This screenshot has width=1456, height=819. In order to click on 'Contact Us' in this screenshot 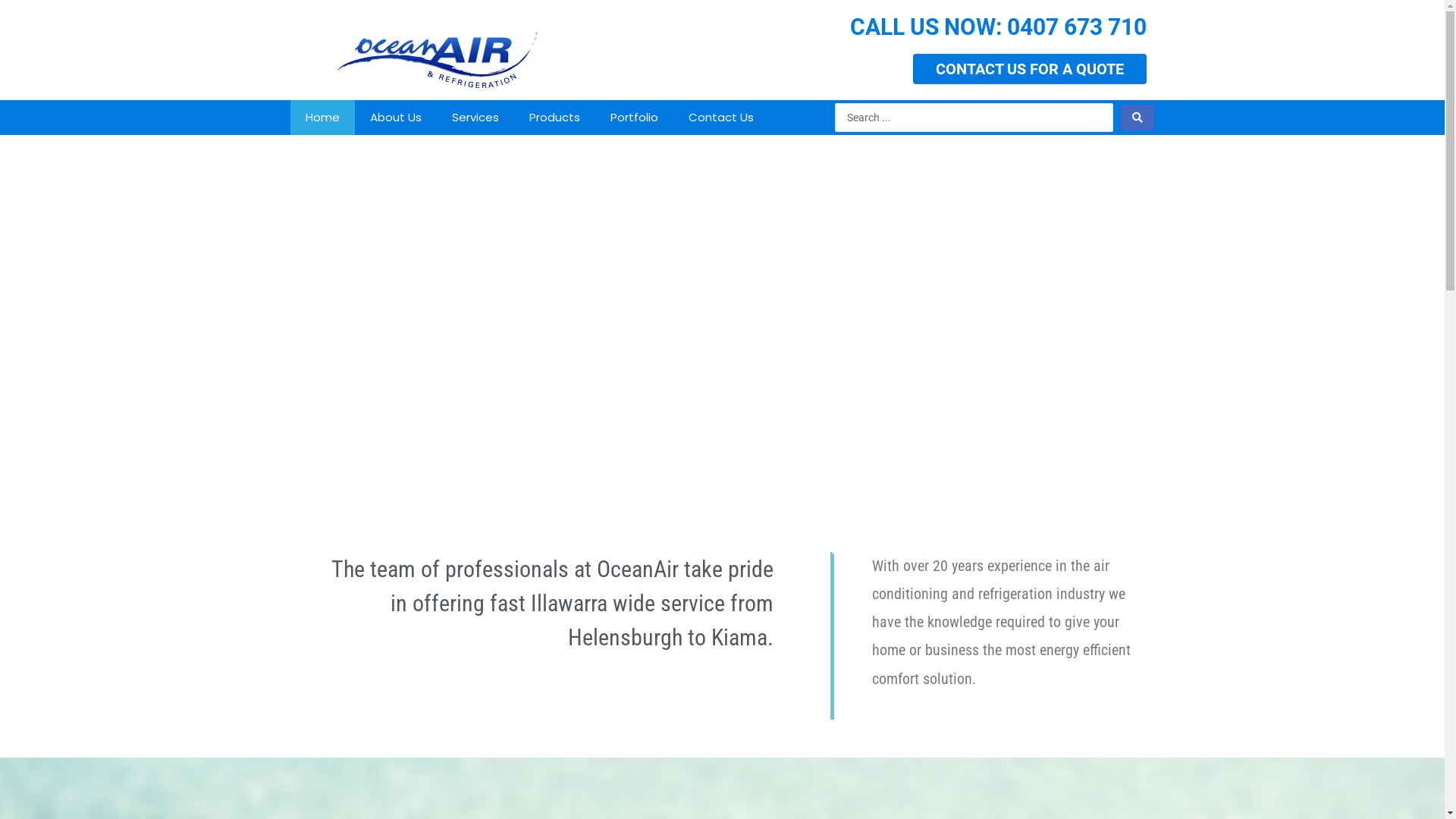, I will do `click(720, 116)`.